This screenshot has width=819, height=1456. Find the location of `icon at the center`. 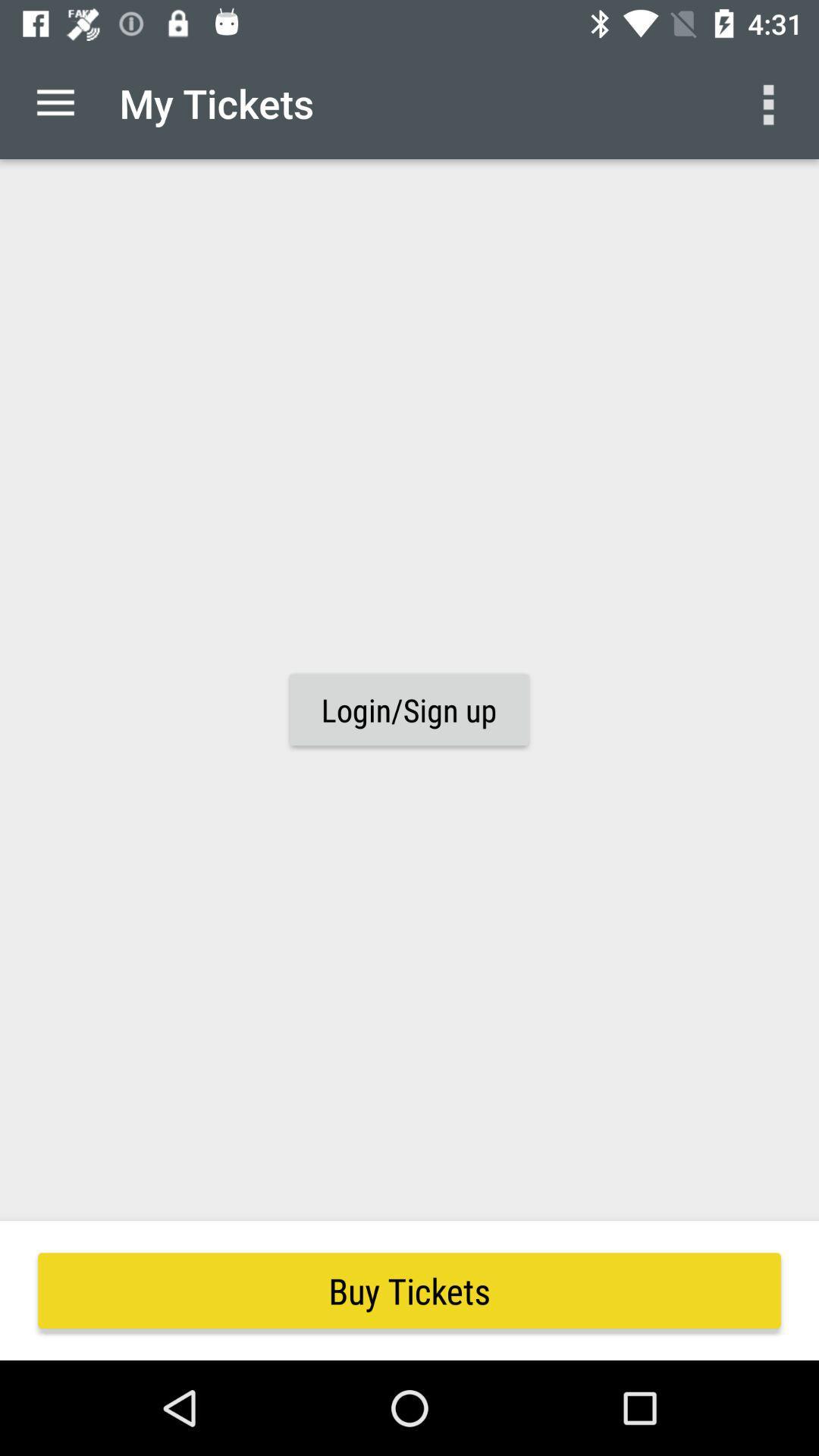

icon at the center is located at coordinates (408, 709).